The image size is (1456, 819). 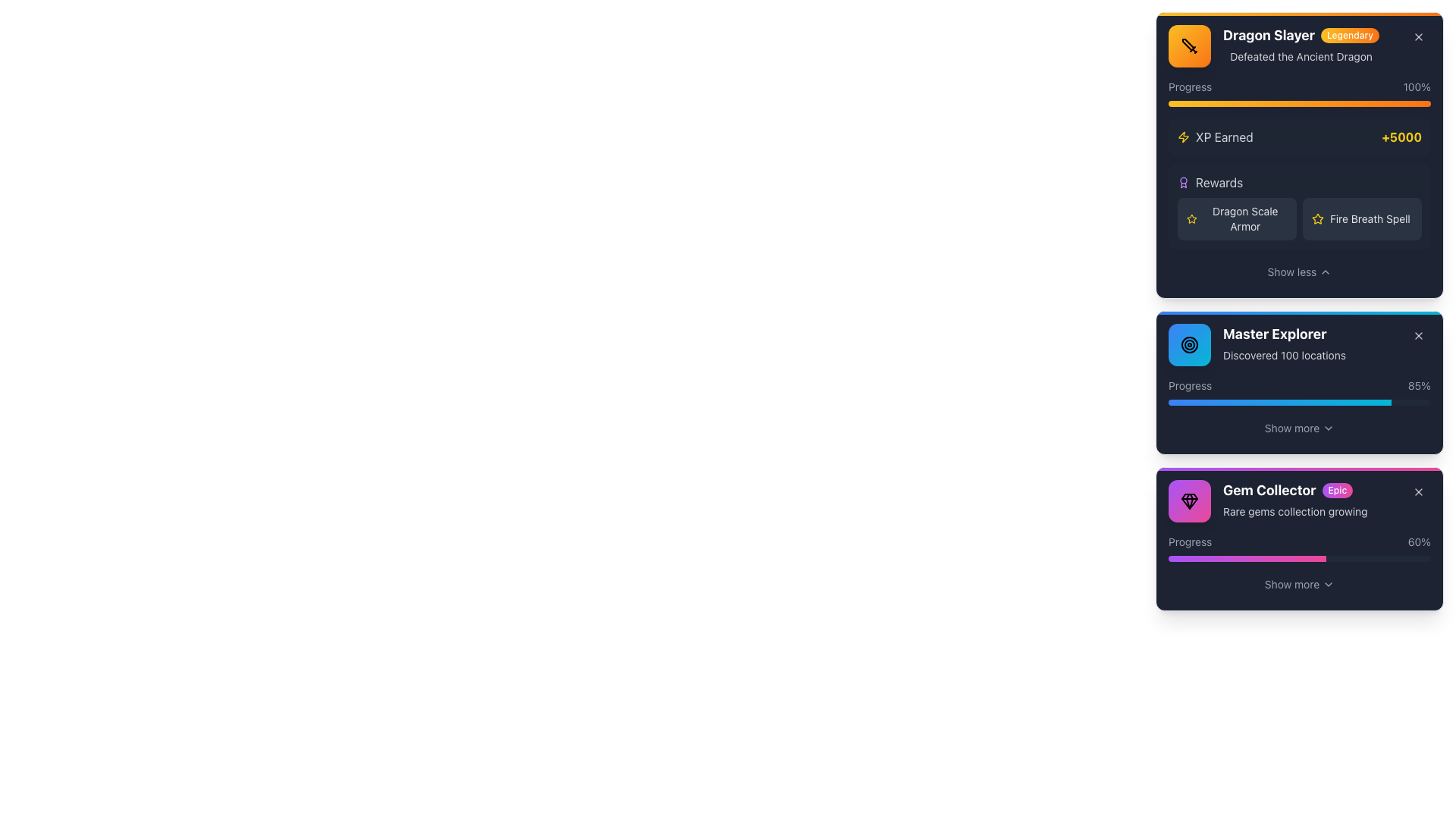 What do you see at coordinates (1418, 335) in the screenshot?
I see `the button located in the top-right corner of the 'Master Explorer' section` at bounding box center [1418, 335].